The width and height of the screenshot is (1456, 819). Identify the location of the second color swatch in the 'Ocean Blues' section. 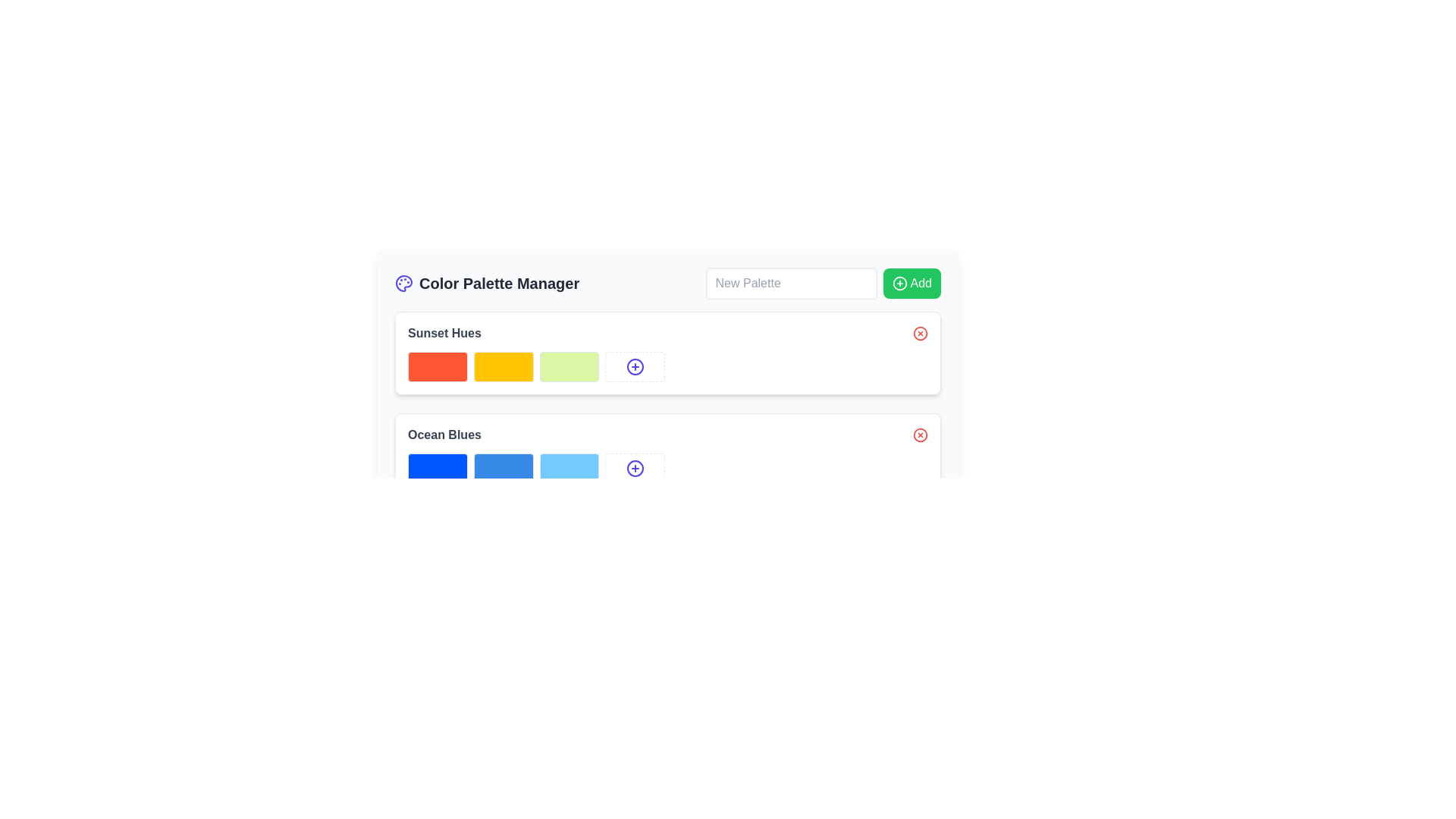
(504, 467).